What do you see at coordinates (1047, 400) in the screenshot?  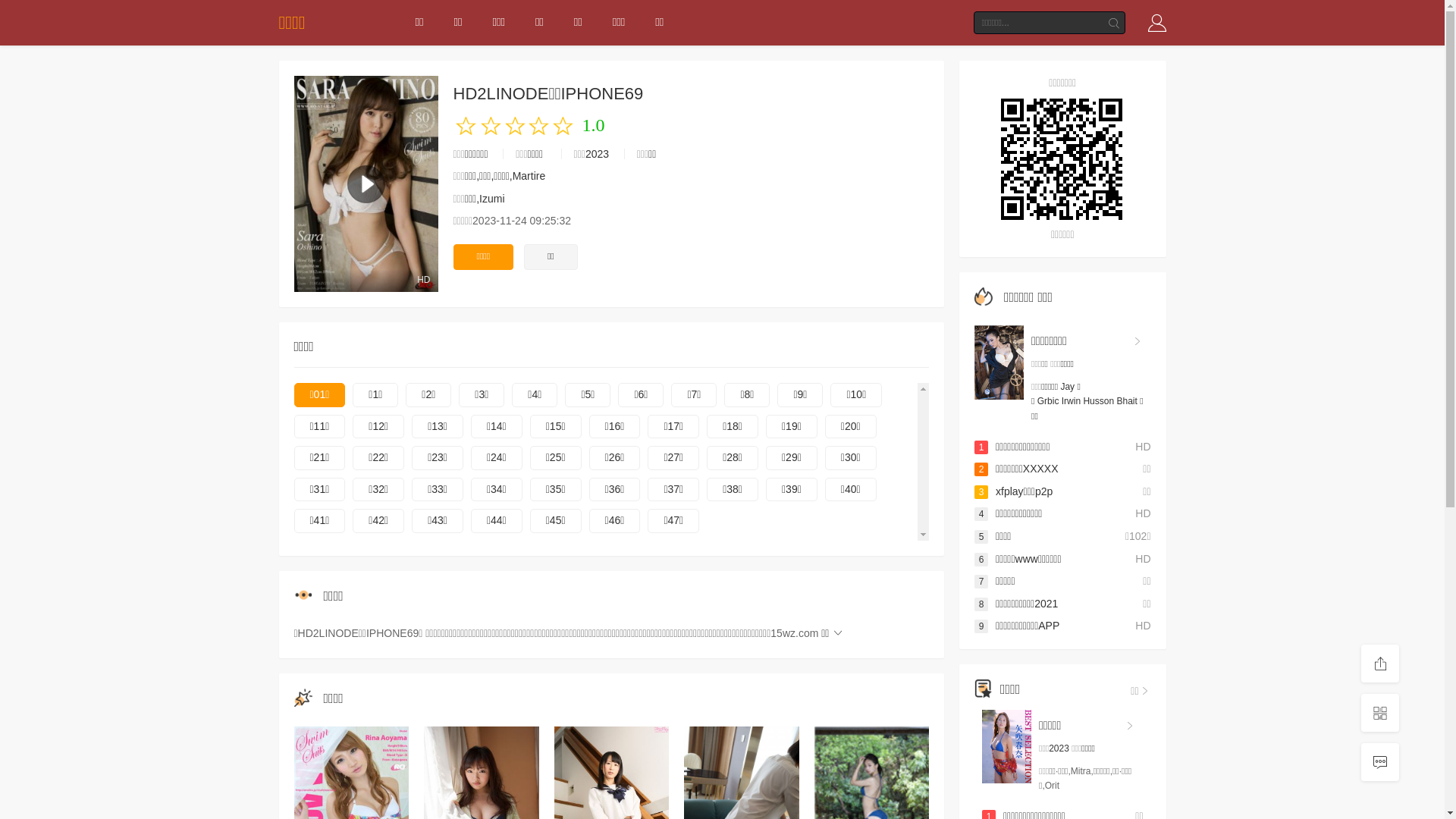 I see `'Grbic'` at bounding box center [1047, 400].